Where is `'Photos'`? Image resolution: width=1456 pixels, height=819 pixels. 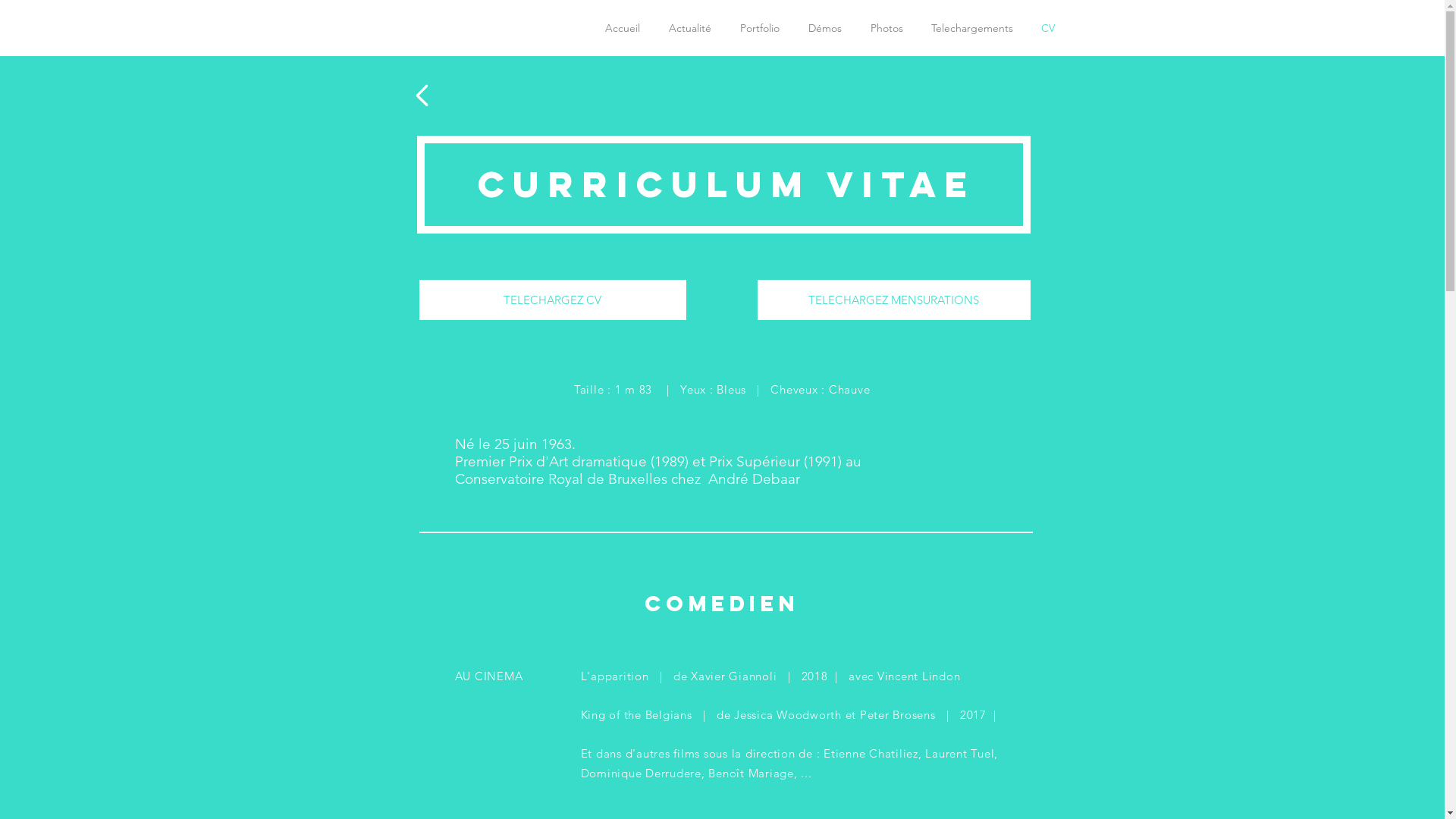
'Photos' is located at coordinates (886, 28).